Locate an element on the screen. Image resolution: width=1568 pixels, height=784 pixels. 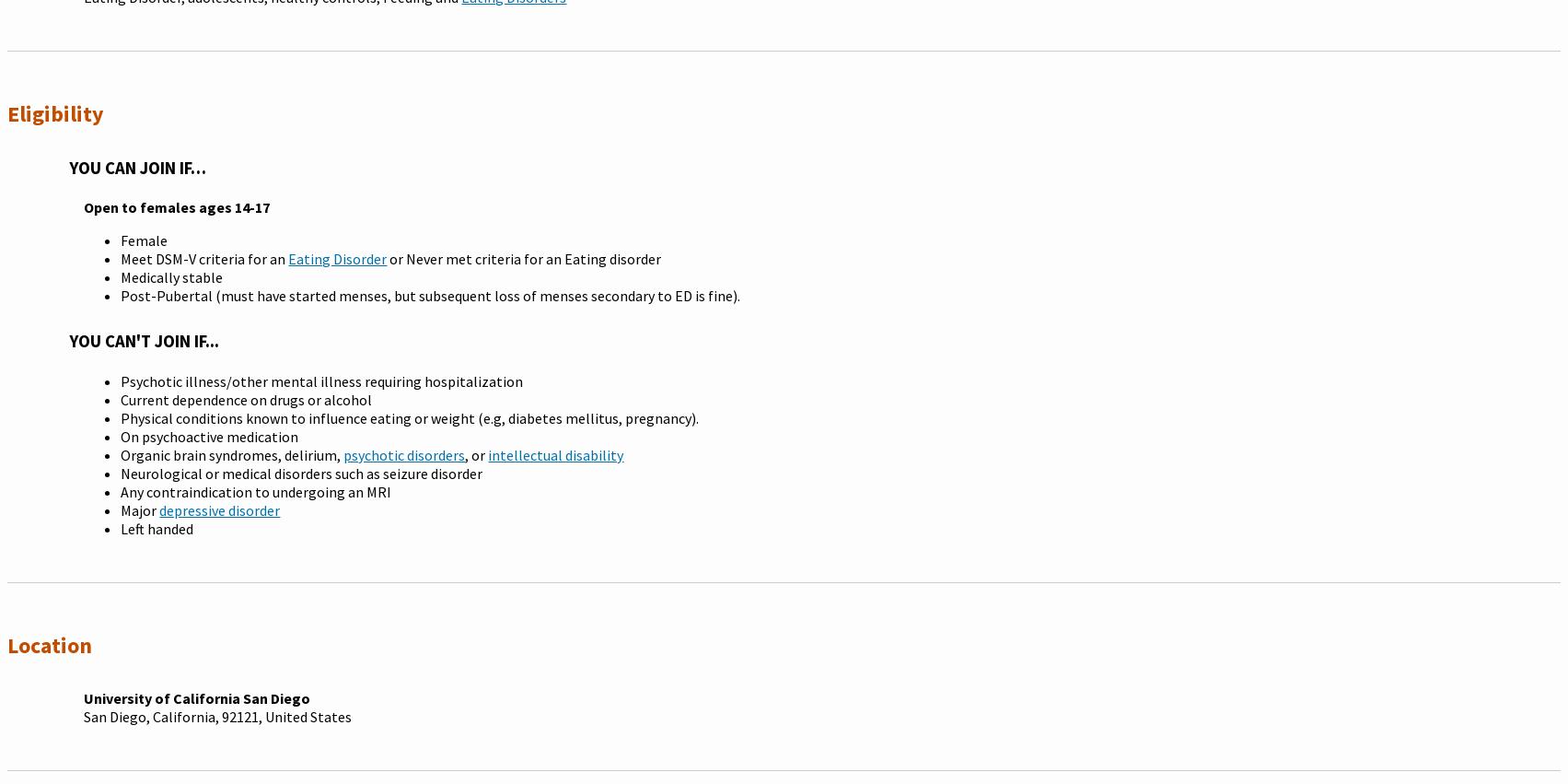
'Current dependence on drugs or alcohol' is located at coordinates (245, 400).